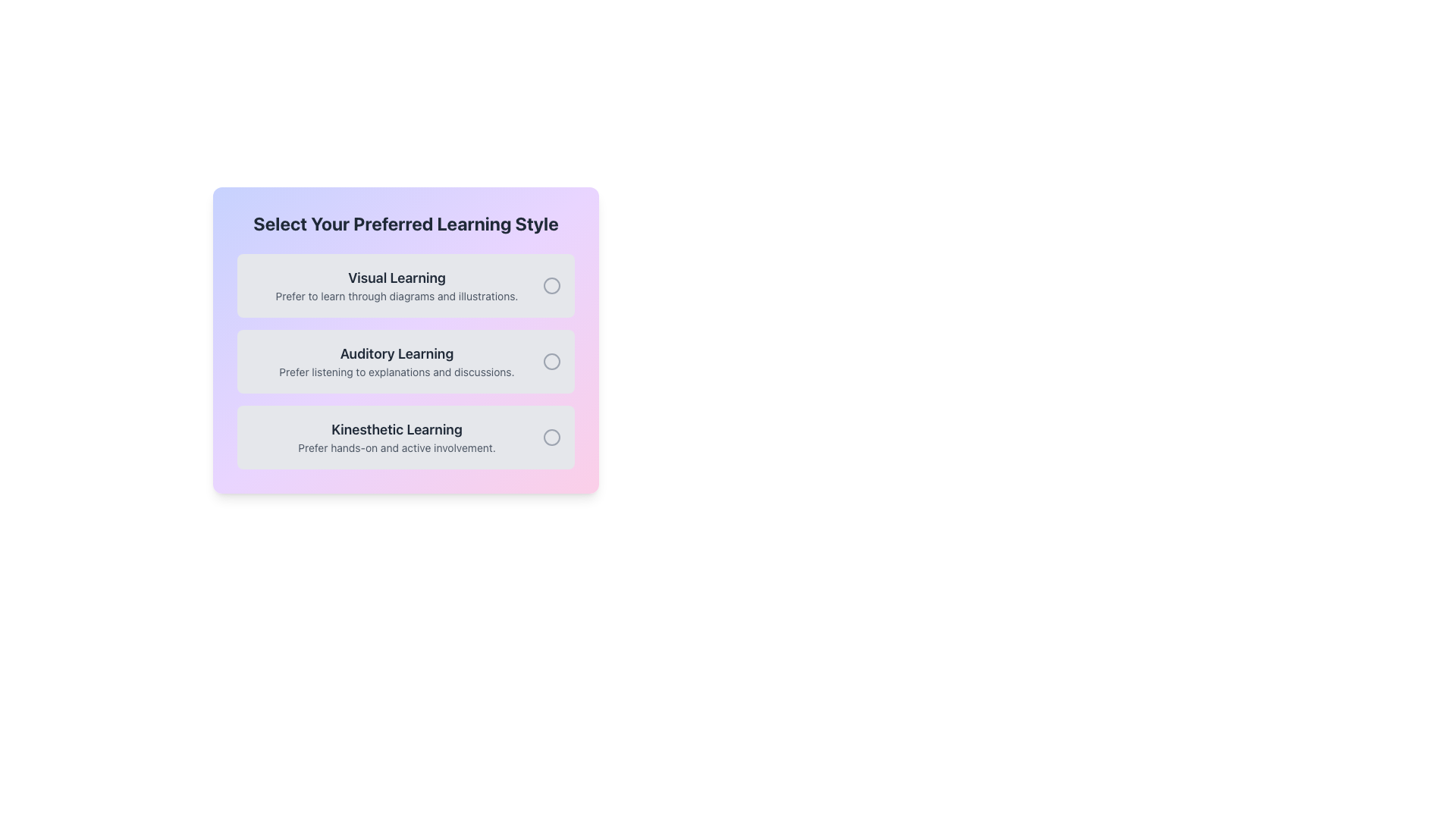 Image resolution: width=1456 pixels, height=819 pixels. Describe the element at coordinates (551, 286) in the screenshot. I see `the Radio Button Indicator (Circle Outline) next to 'Visual Learning' to provide additional visual feedback` at that location.